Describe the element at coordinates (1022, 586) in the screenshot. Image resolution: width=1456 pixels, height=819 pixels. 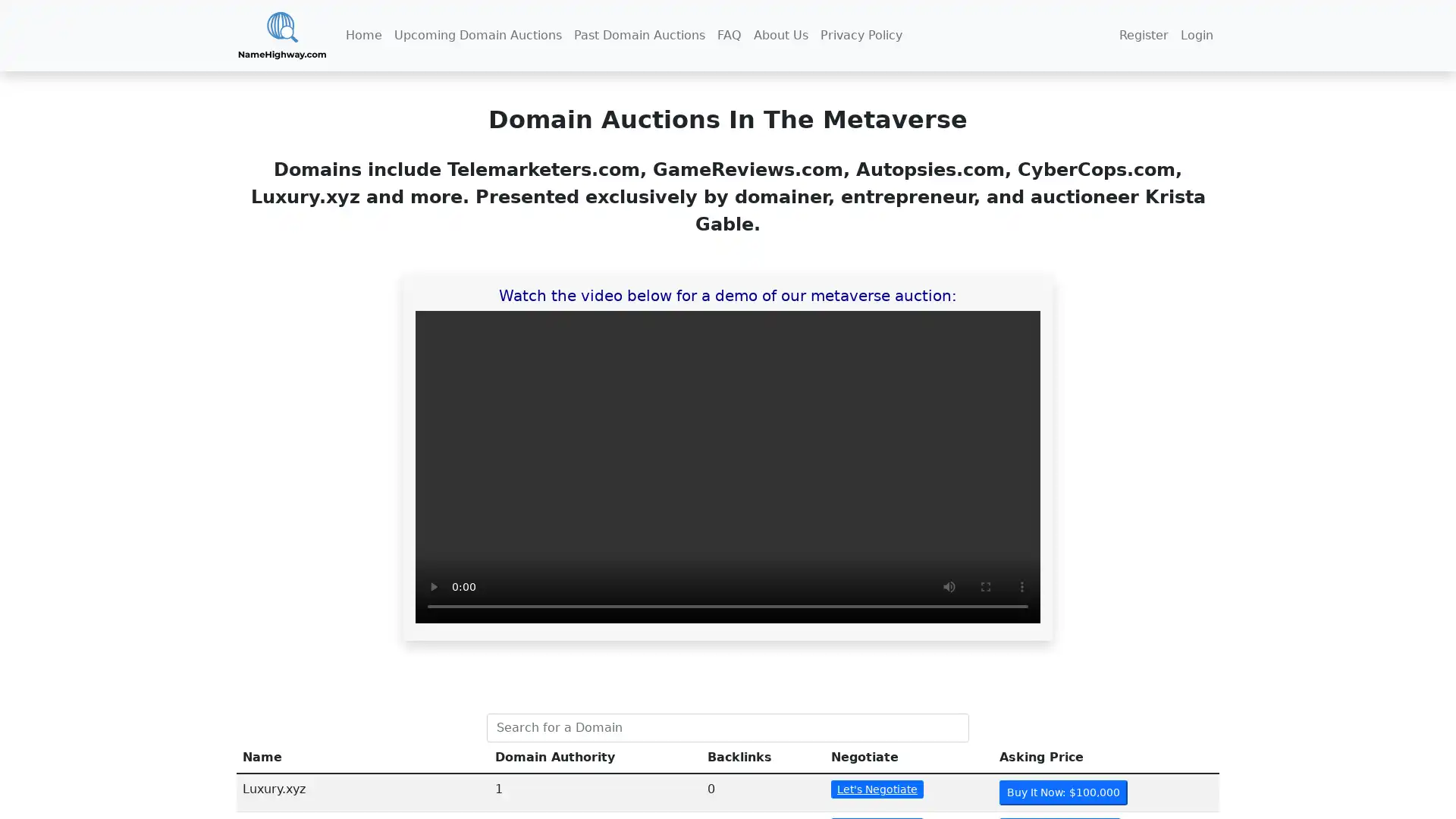
I see `show more media controls` at that location.